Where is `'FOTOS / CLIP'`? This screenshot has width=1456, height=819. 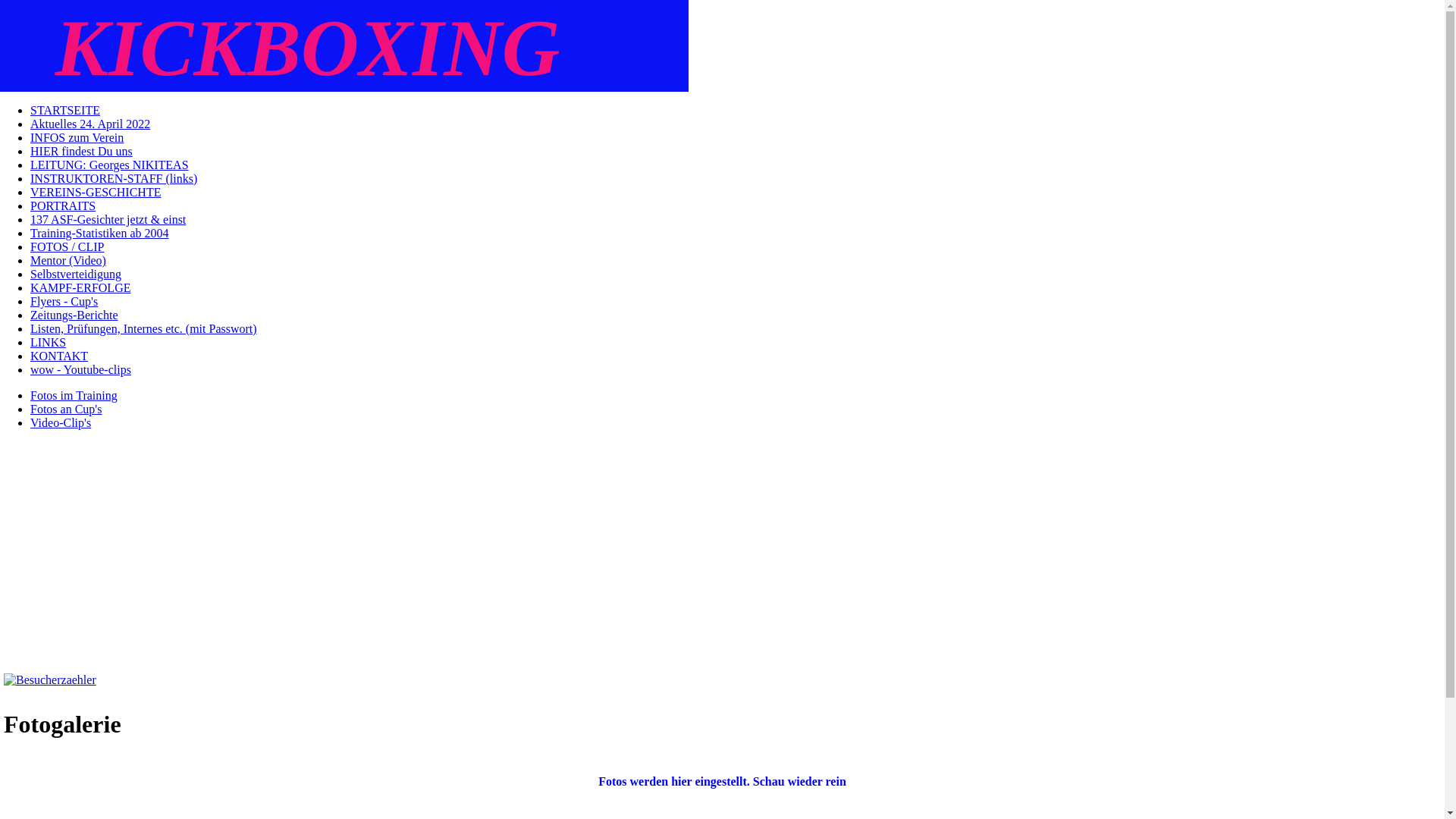 'FOTOS / CLIP' is located at coordinates (67, 246).